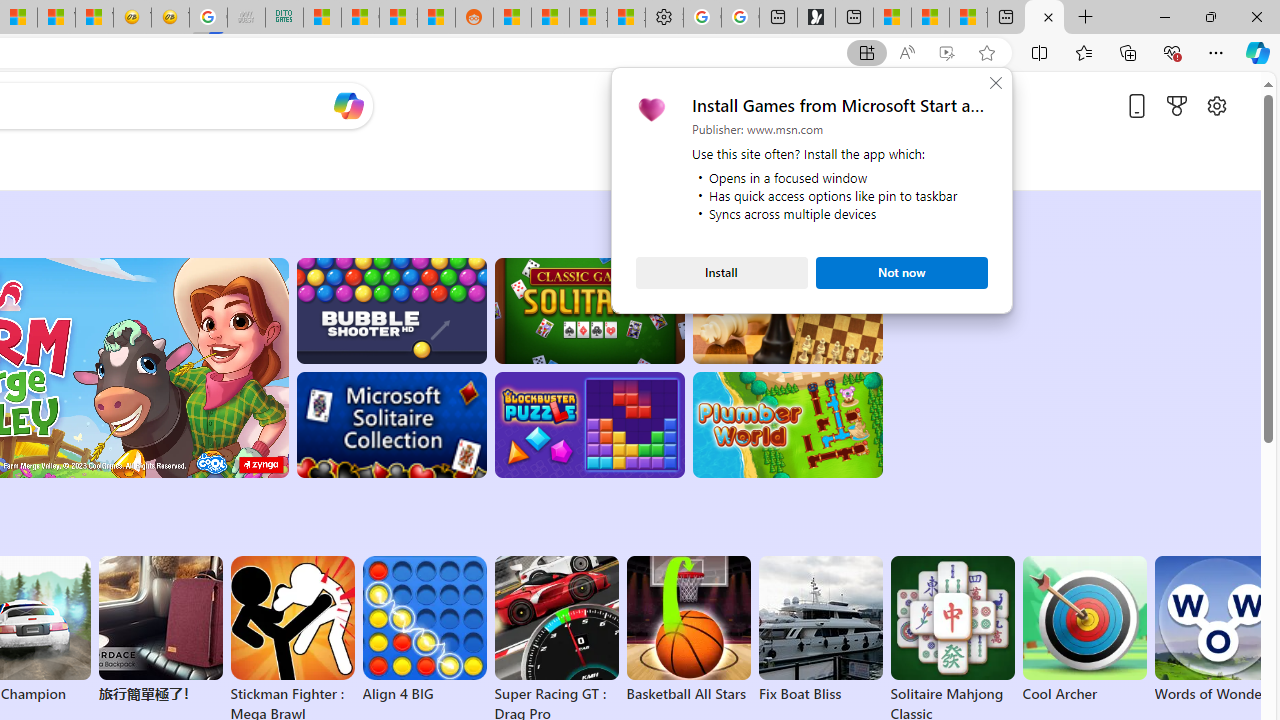 This screenshot has width=1280, height=720. Describe the element at coordinates (901, 272) in the screenshot. I see `'Not now'` at that location.